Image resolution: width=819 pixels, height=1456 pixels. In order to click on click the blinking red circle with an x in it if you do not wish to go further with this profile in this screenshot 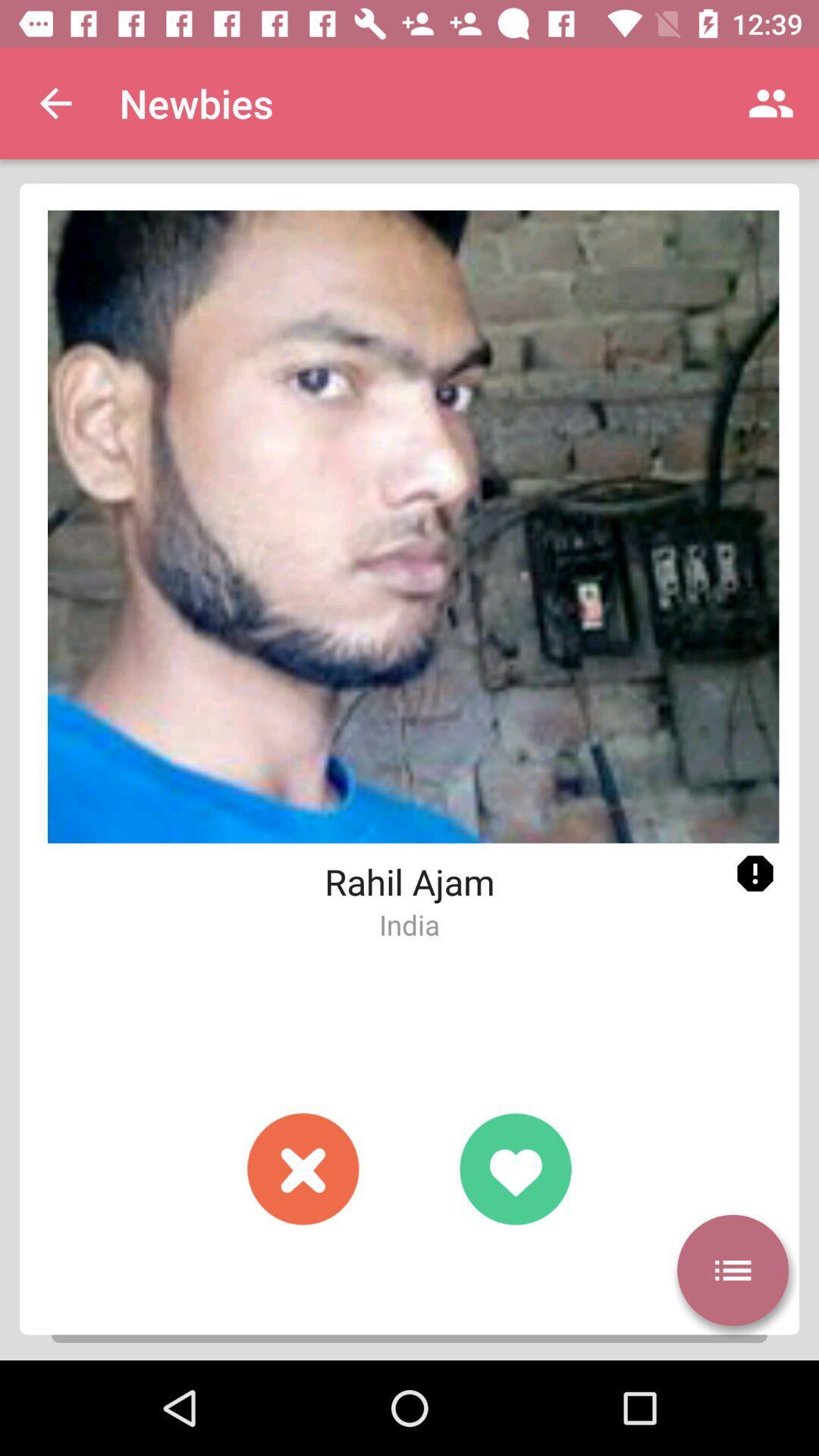, I will do `click(303, 1168)`.